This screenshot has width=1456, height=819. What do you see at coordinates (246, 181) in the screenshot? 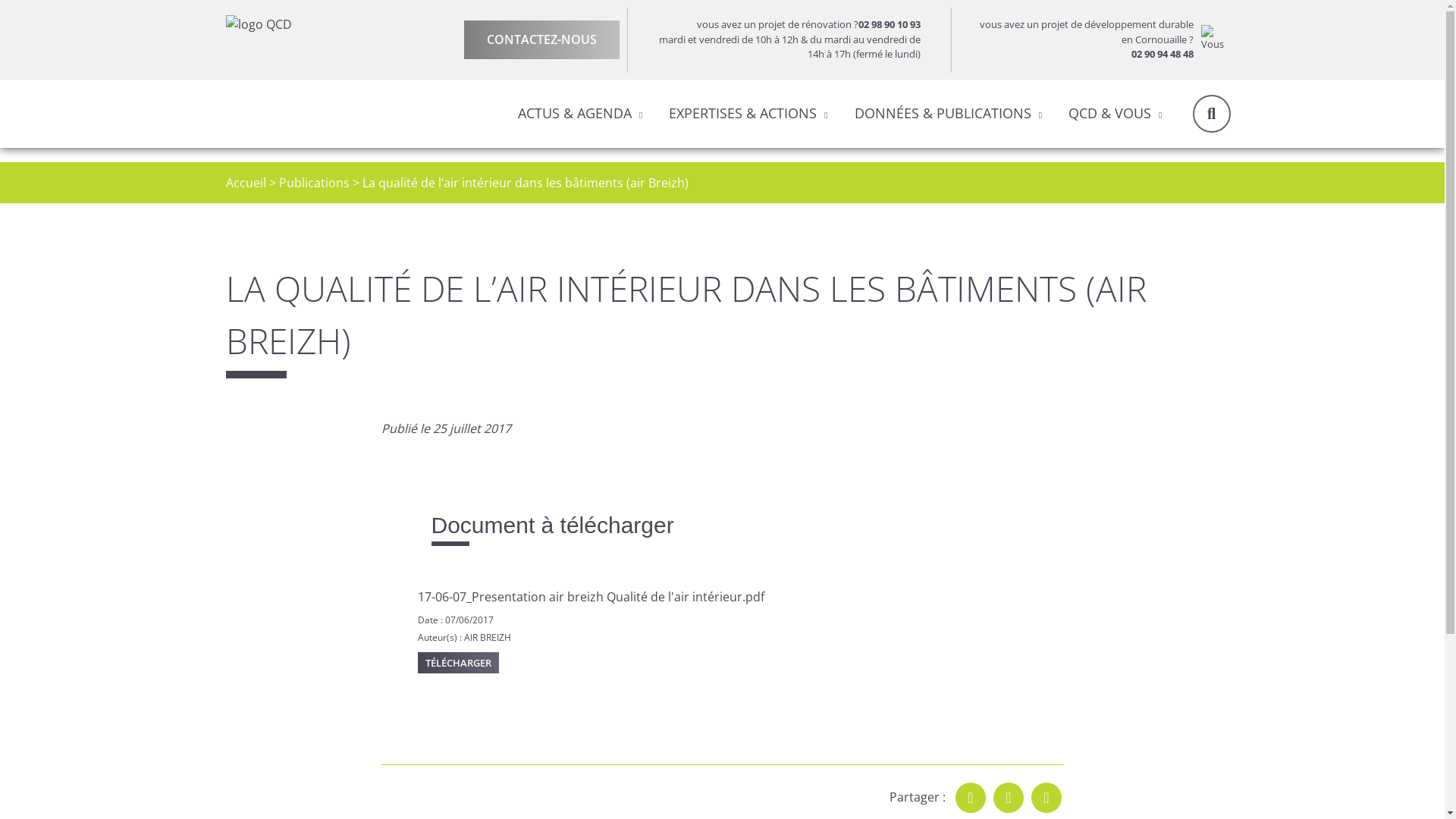
I see `'Accueil'` at bounding box center [246, 181].